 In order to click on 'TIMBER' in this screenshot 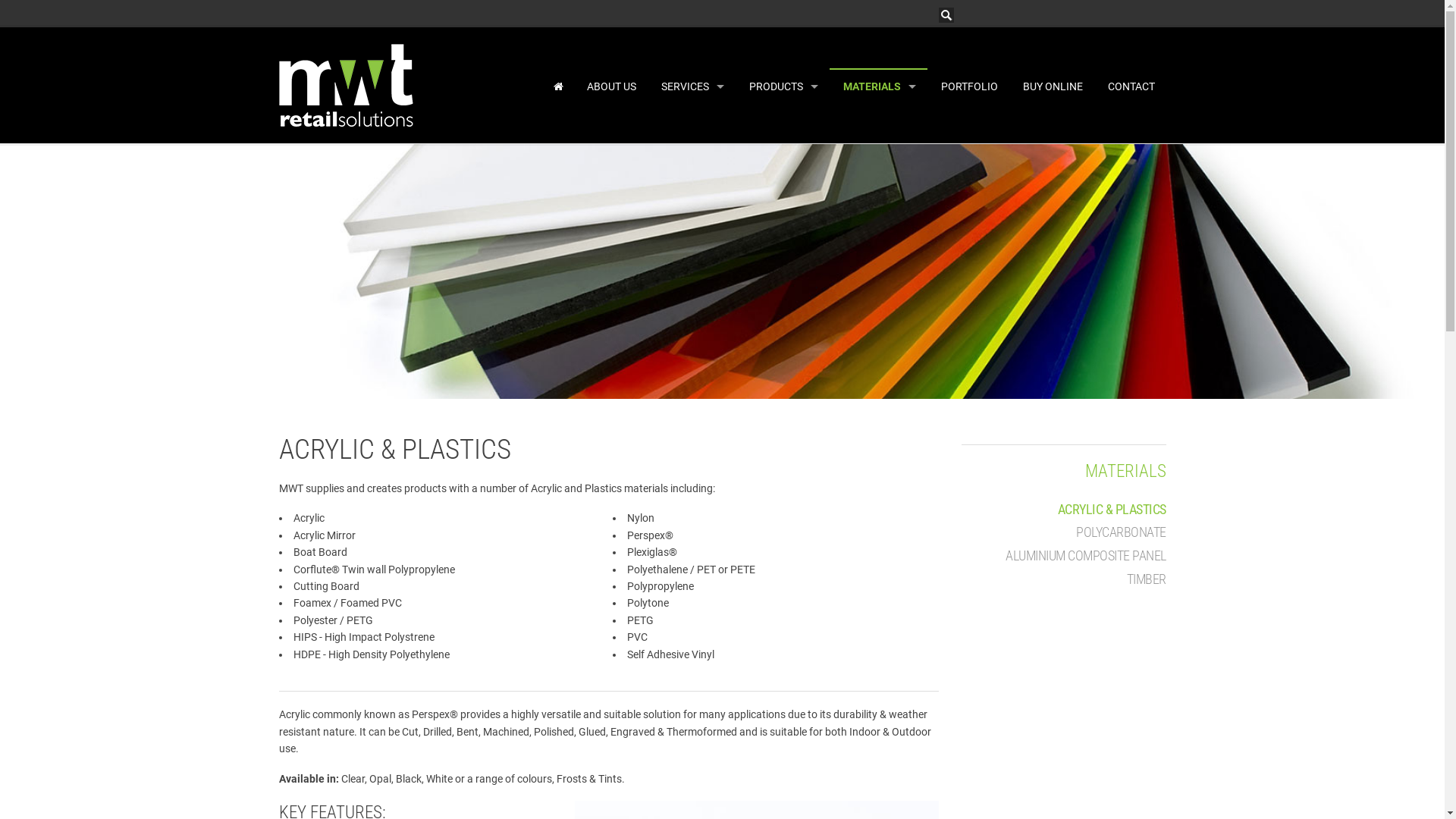, I will do `click(1147, 579)`.